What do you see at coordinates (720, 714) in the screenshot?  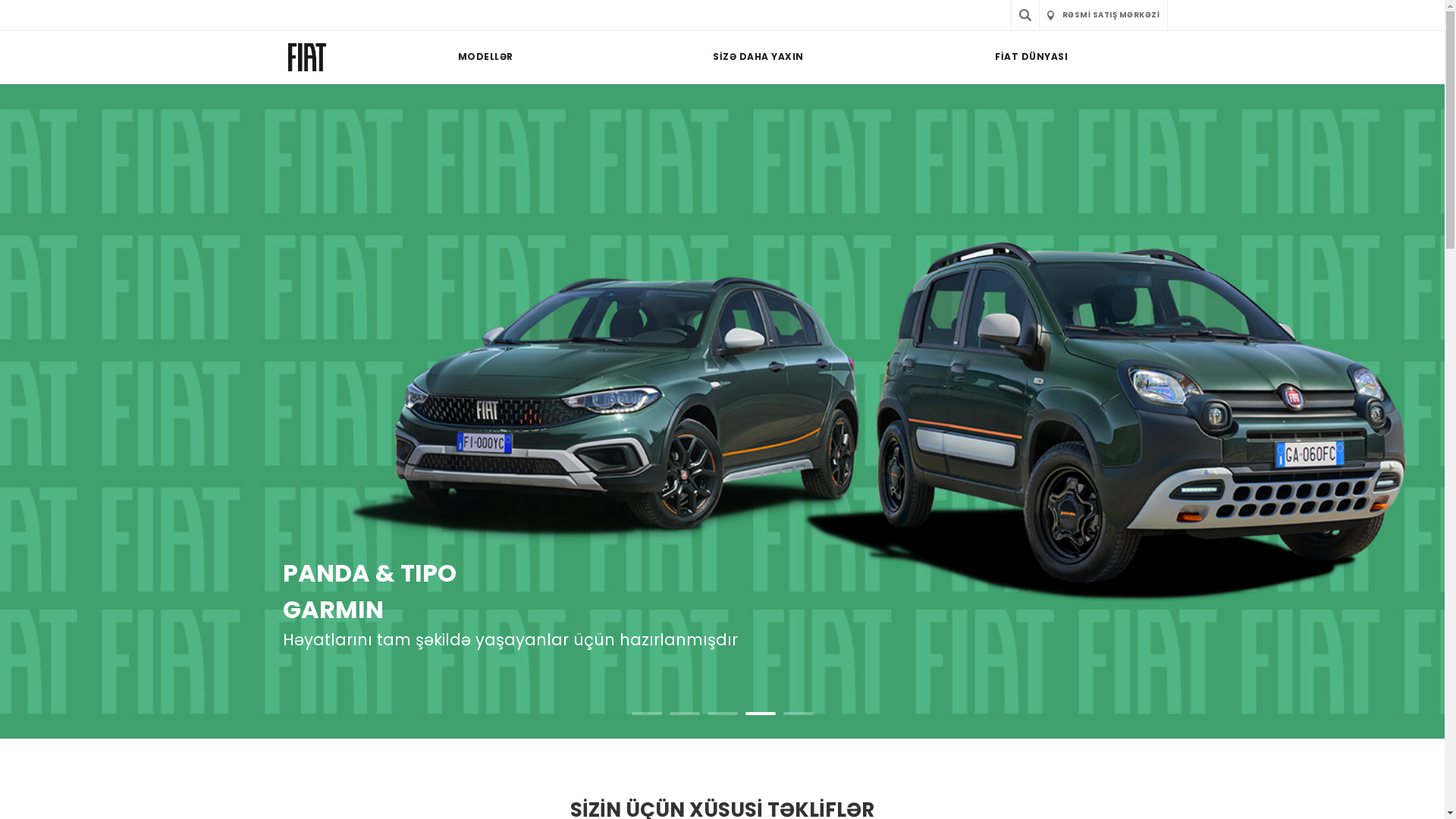 I see `'3'` at bounding box center [720, 714].